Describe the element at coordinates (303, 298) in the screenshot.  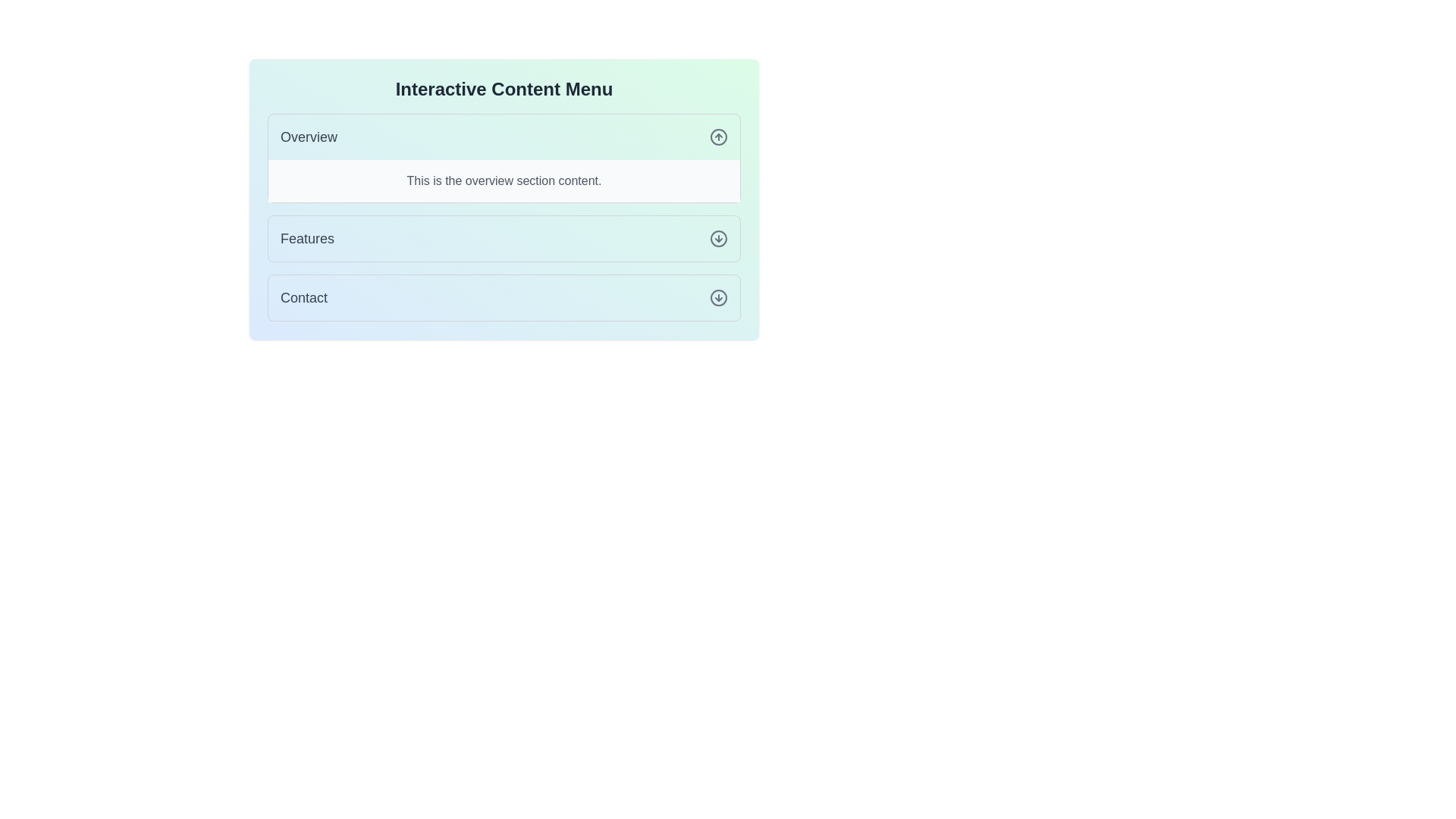
I see `the 'Contact' text label in the vertical menu` at that location.